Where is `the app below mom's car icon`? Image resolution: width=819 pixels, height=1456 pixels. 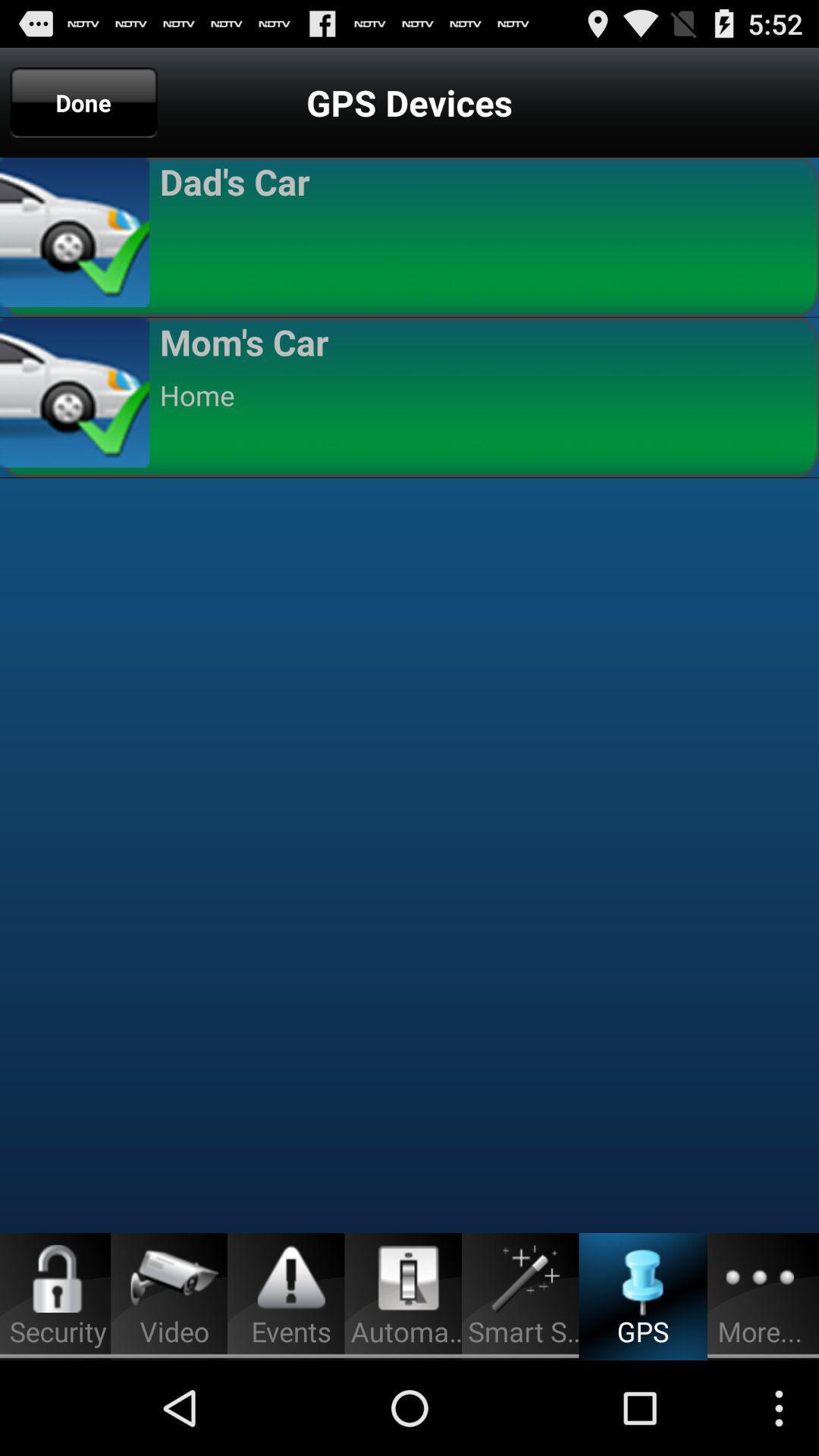
the app below mom's car icon is located at coordinates (482, 395).